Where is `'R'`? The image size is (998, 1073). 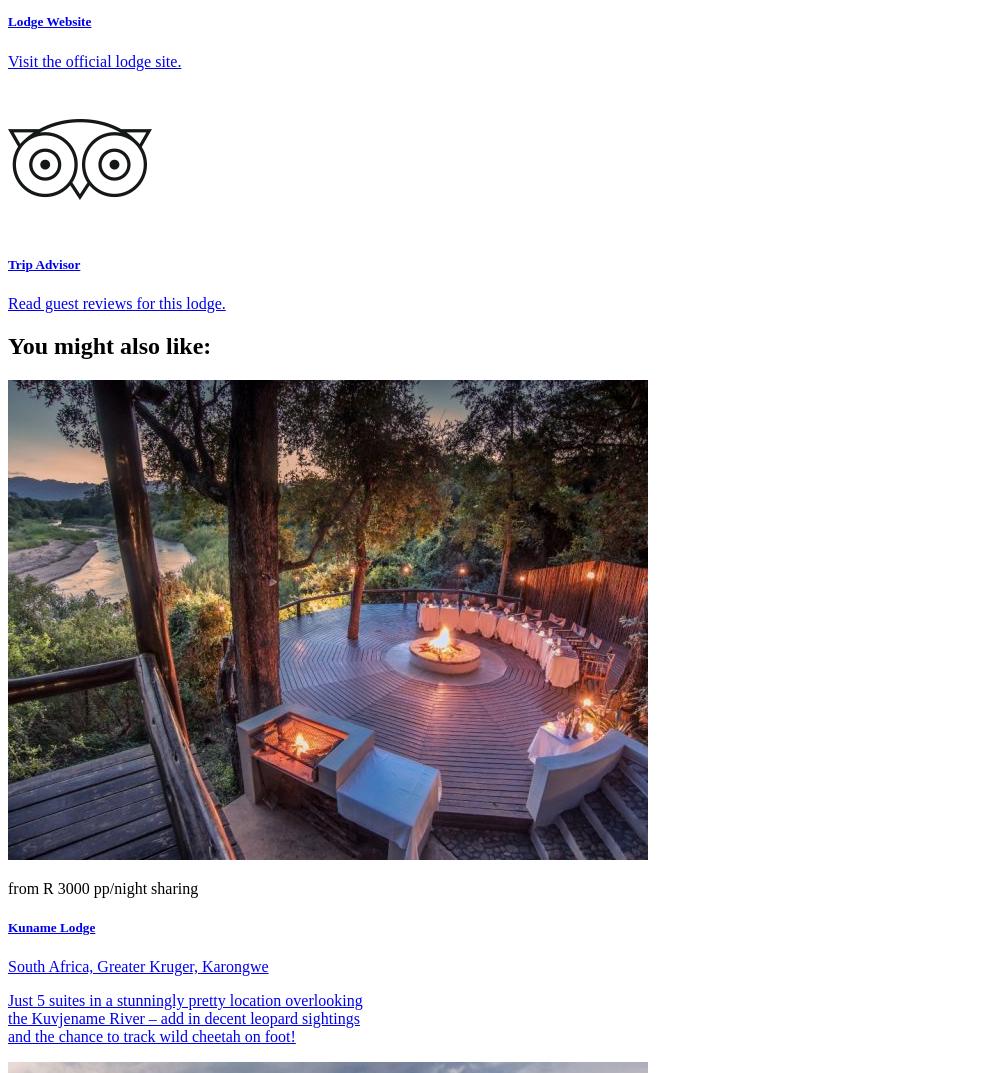 'R' is located at coordinates (43, 886).